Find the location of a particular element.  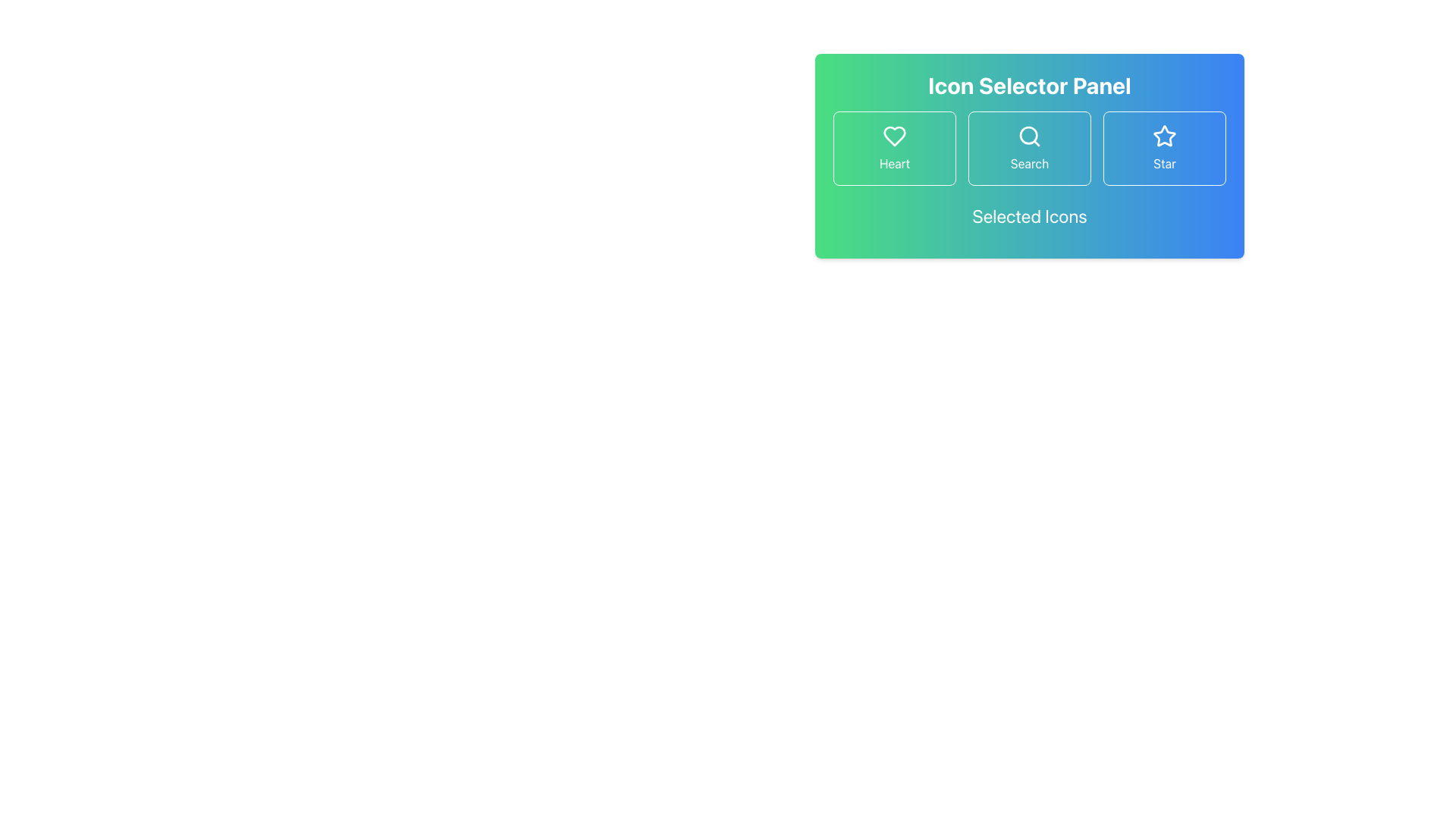

the blue star icon with a white center from the Icon Selector Panel is located at coordinates (1164, 135).